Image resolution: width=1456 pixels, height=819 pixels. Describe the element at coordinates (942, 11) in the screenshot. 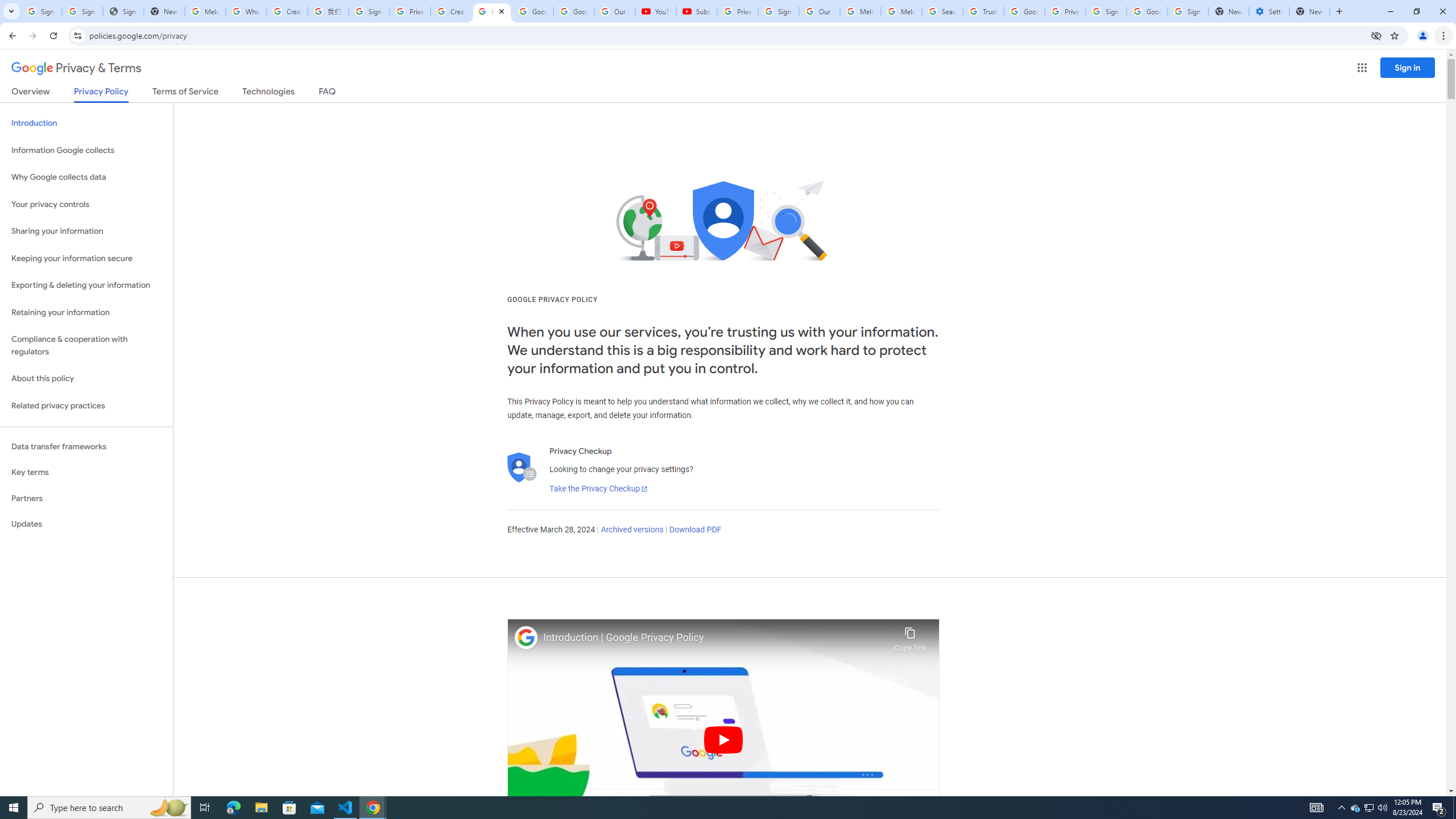

I see `'Search our Doodle Library Collection - Google Doodles'` at that location.